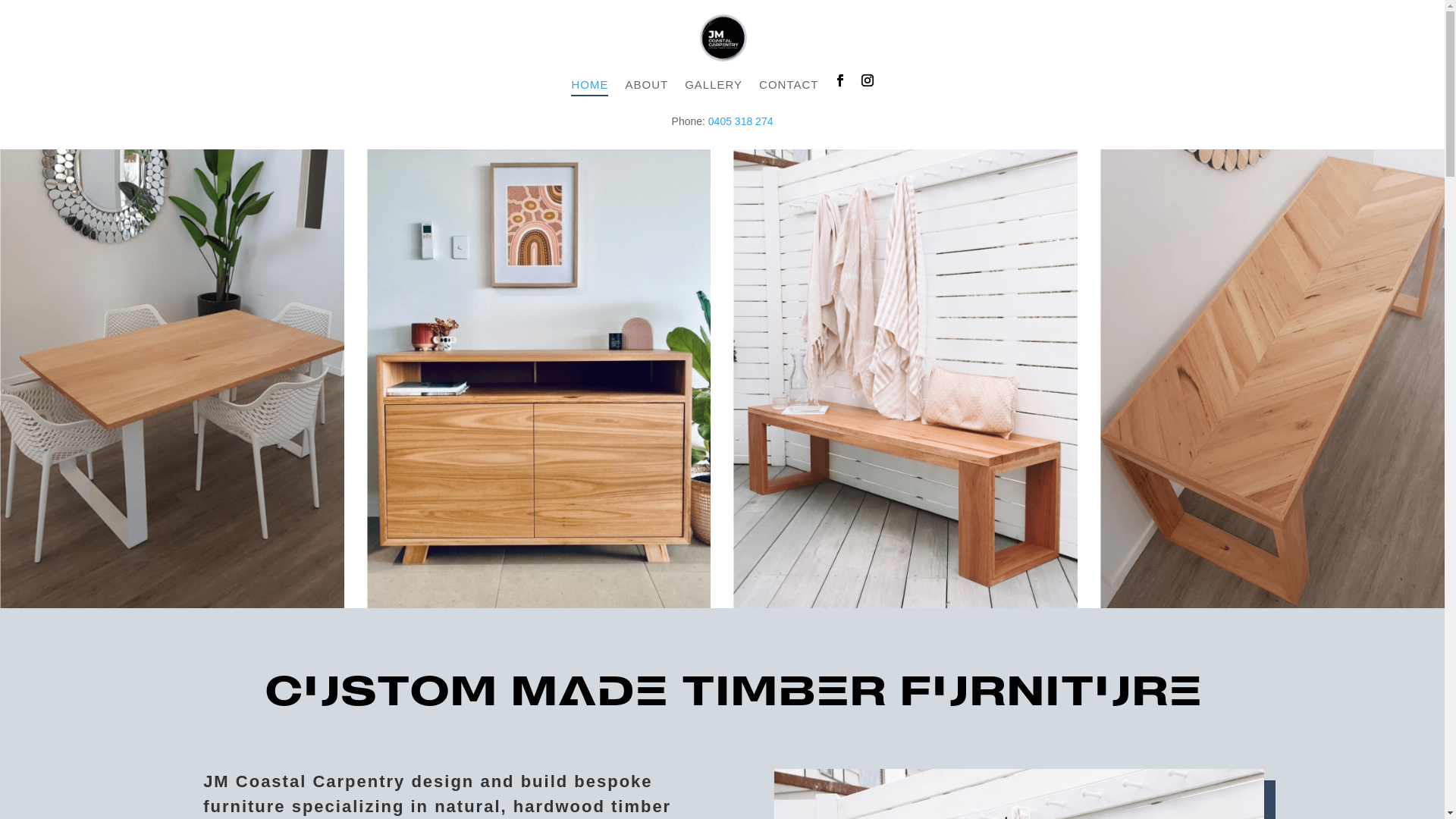 Image resolution: width=1456 pixels, height=819 pixels. Describe the element at coordinates (712, 96) in the screenshot. I see `'GALLERY'` at that location.